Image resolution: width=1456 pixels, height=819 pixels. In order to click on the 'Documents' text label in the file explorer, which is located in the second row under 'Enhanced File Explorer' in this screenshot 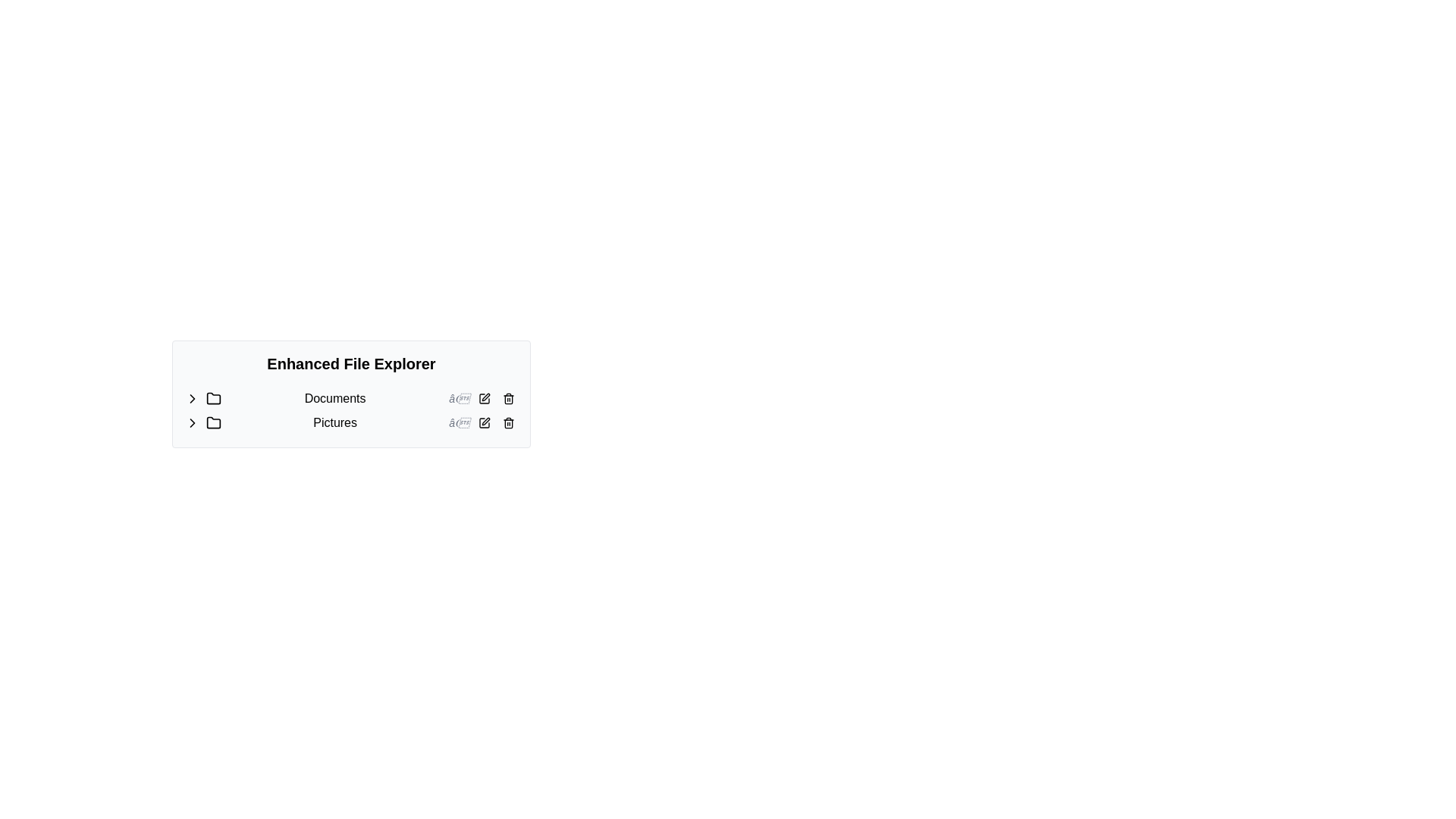, I will do `click(350, 397)`.